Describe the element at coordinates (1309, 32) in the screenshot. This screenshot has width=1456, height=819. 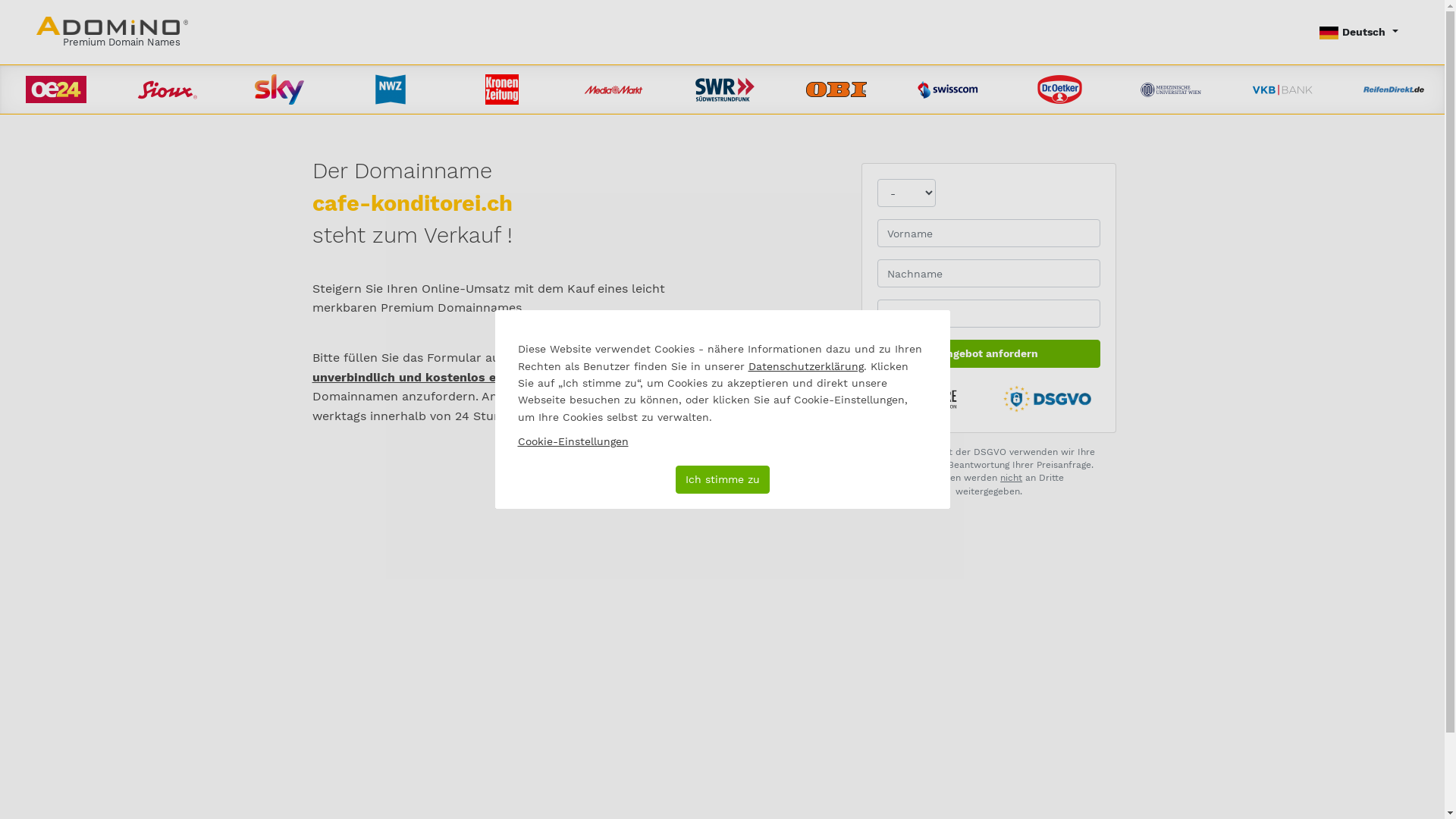
I see `'Deutsch'` at that location.